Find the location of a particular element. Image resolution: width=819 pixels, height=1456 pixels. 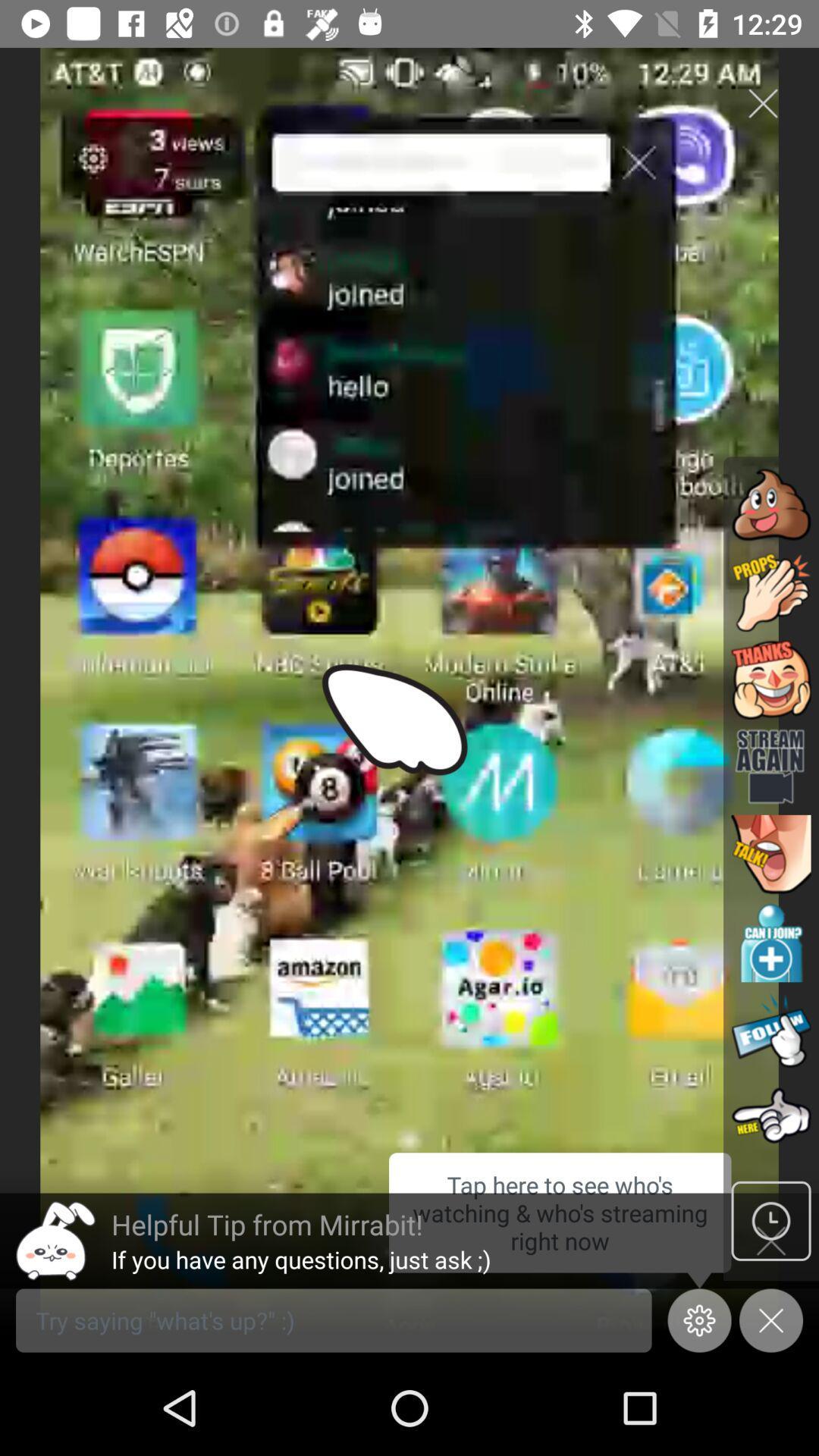

the add icon is located at coordinates (771, 941).